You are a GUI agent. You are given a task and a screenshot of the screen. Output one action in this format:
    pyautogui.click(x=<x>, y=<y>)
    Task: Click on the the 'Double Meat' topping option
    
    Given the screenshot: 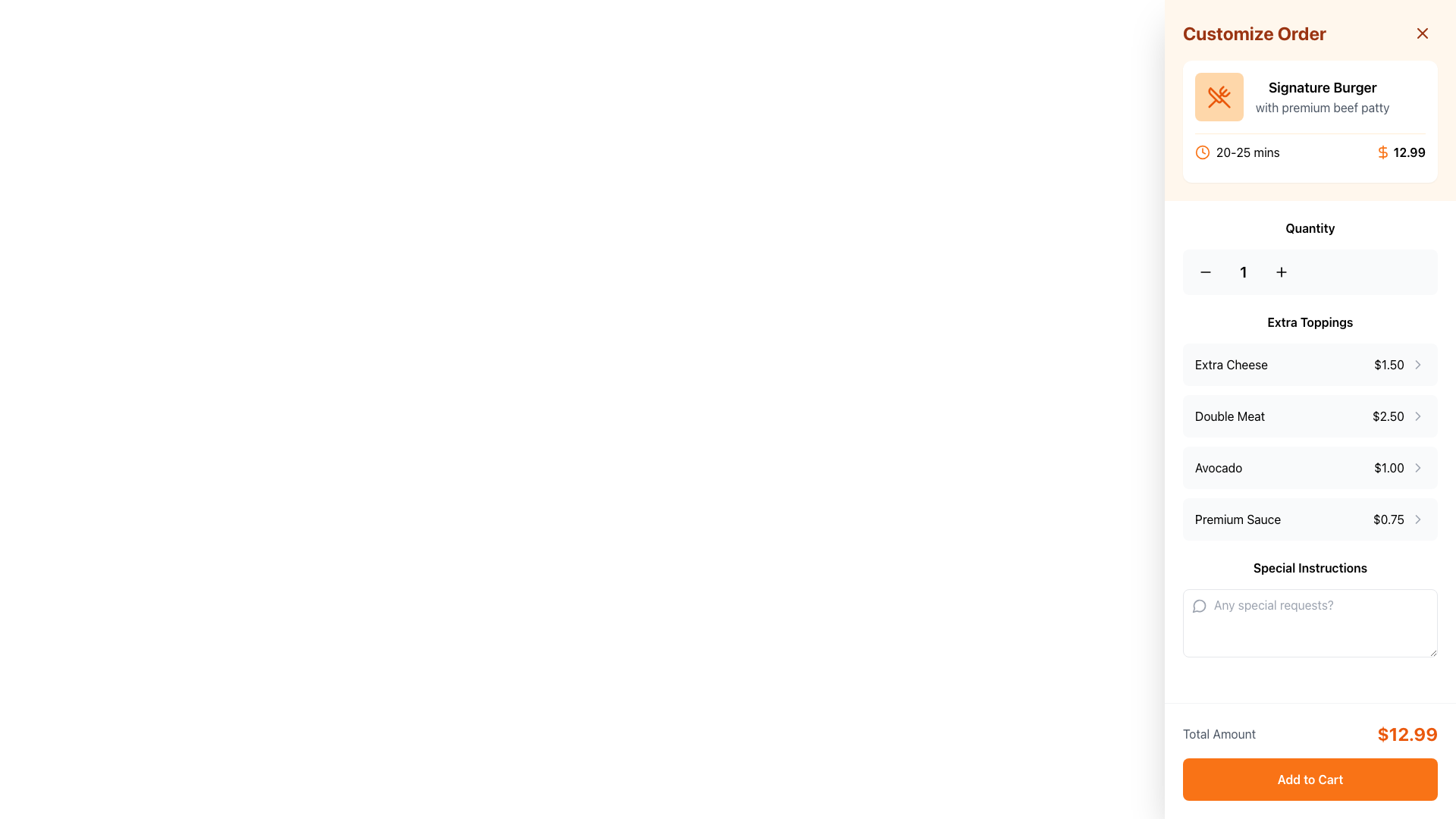 What is the action you would take?
    pyautogui.click(x=1310, y=427)
    